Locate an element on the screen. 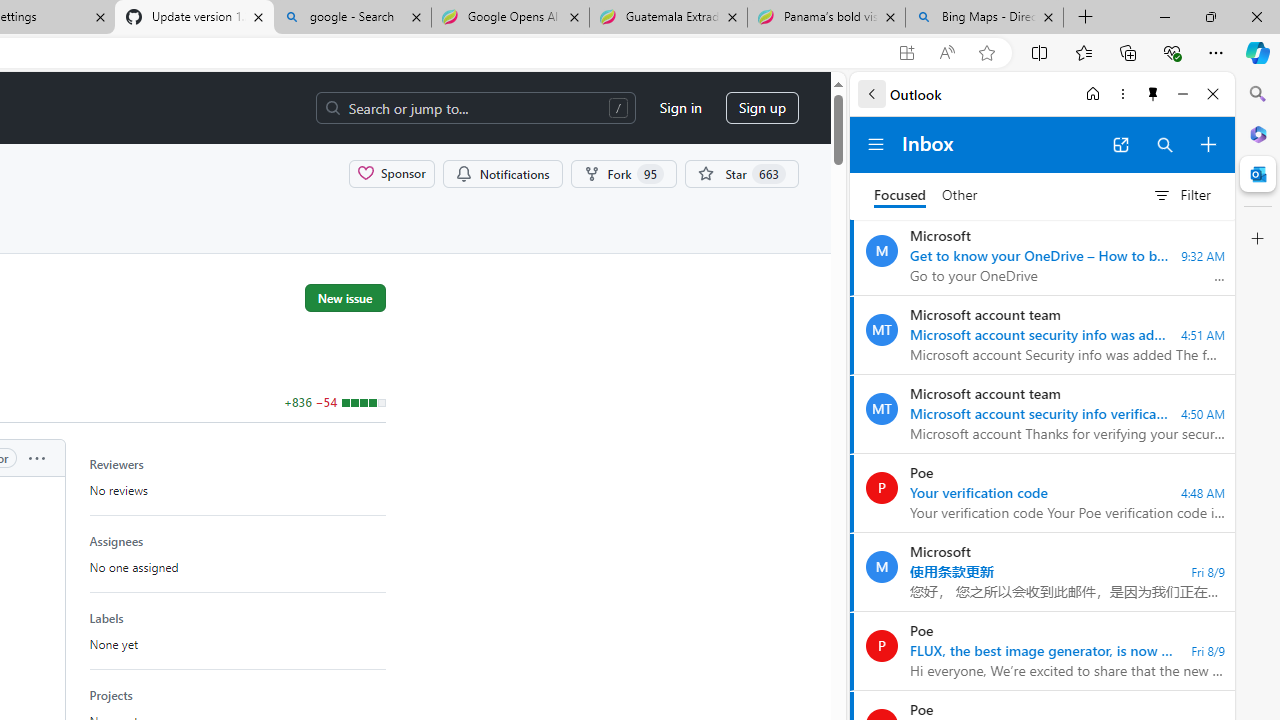 The height and width of the screenshot is (720, 1280). 'You must be signed in to change notification settings' is located at coordinates (502, 172).